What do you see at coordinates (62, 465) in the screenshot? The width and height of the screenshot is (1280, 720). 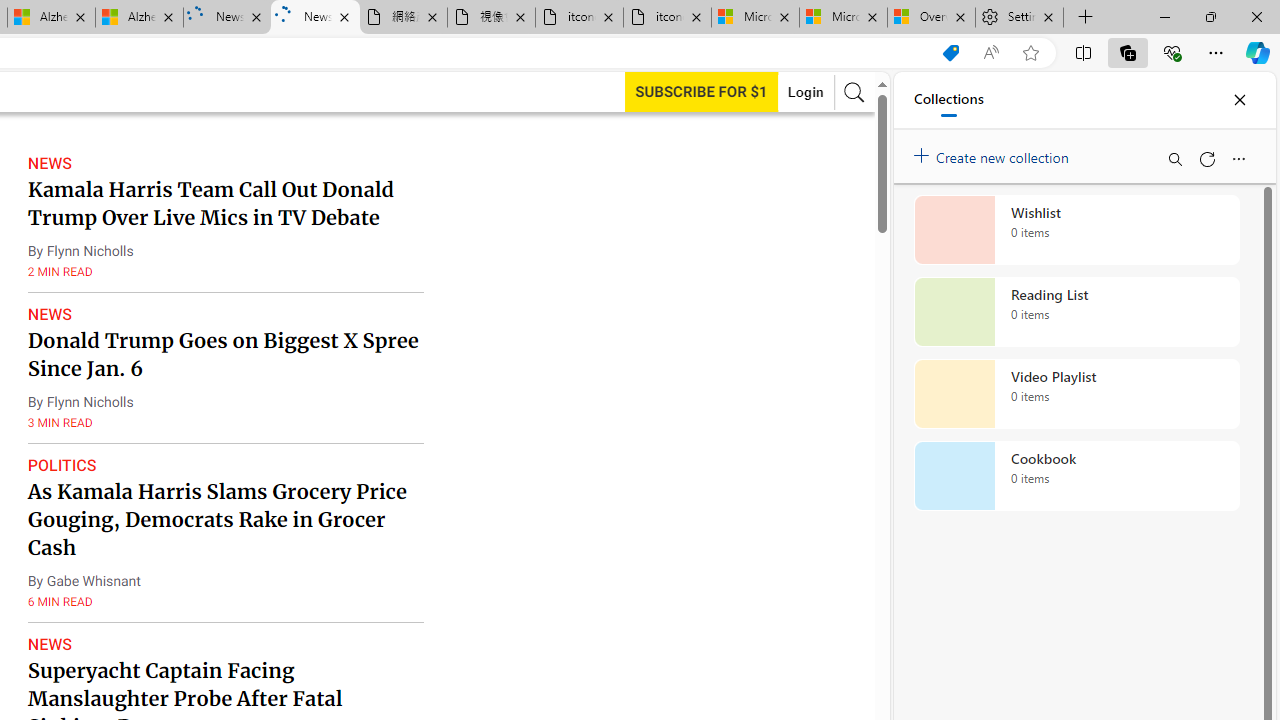 I see `'POLITICS'` at bounding box center [62, 465].